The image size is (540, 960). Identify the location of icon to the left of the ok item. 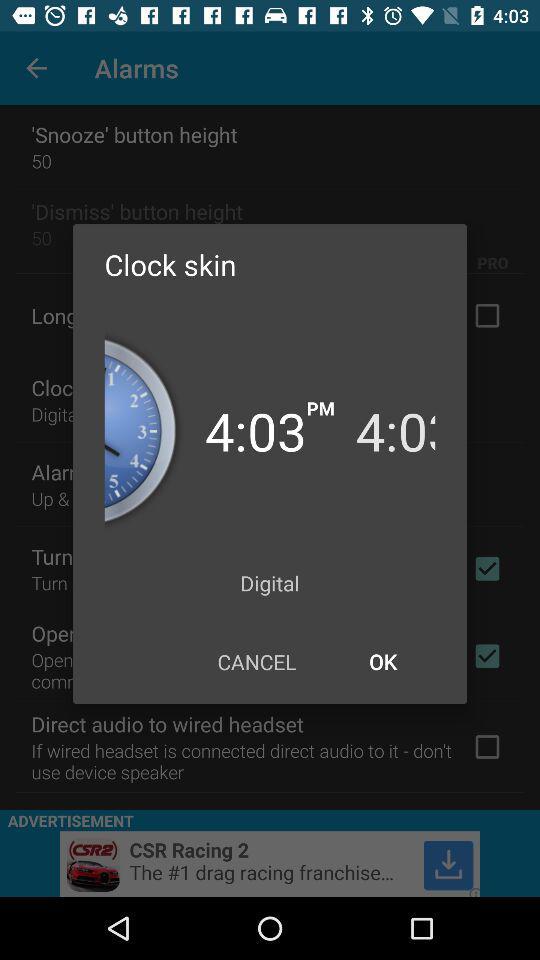
(256, 661).